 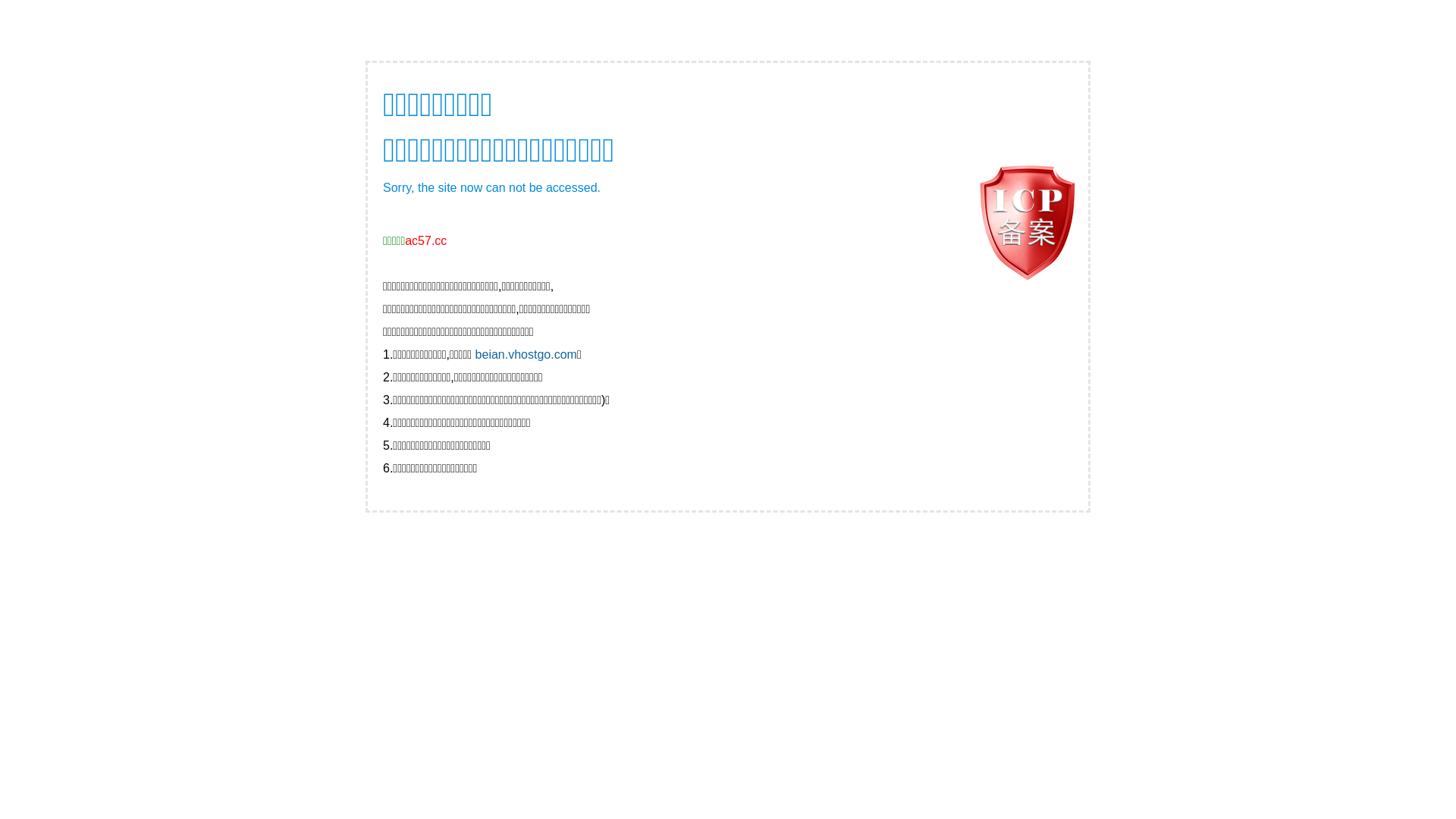 I want to click on 'beian.vhostgo.com', so click(x=526, y=354).